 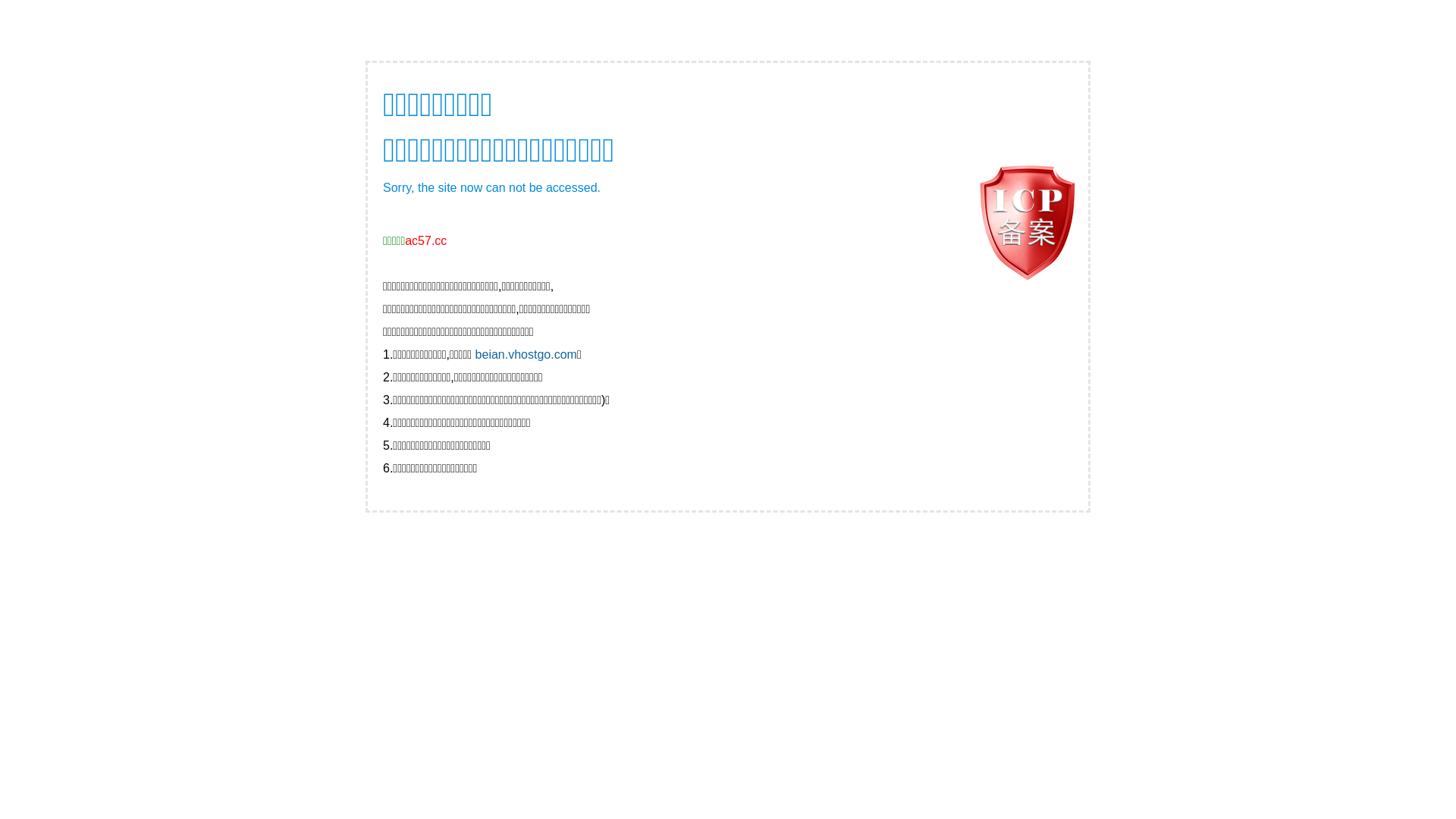 I want to click on 'beian.vhostgo.com', so click(x=526, y=354).